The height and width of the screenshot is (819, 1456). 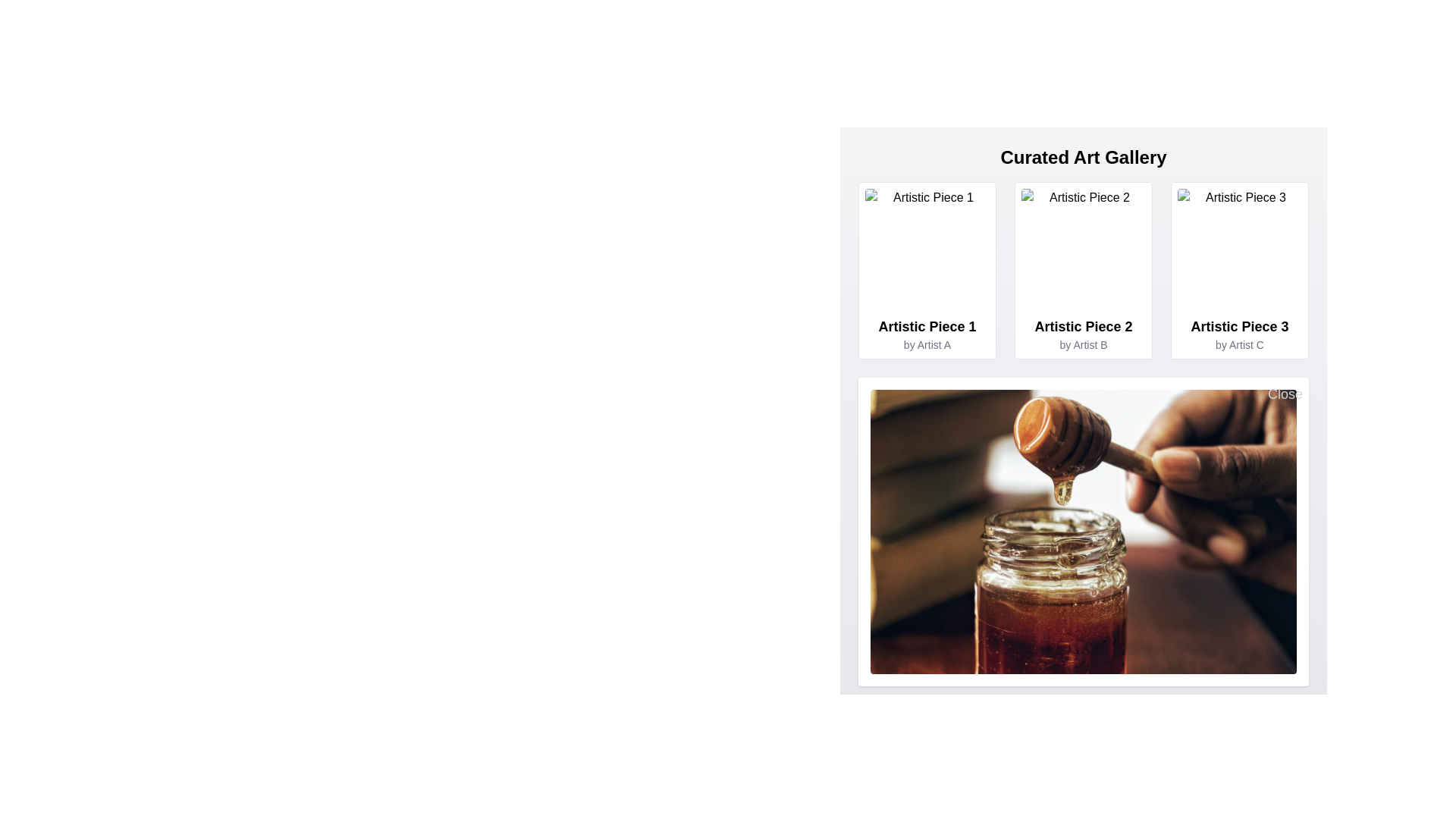 I want to click on the text display element that shows the title 'Artistic Piece 2' and subtitle 'by Artist B', located under the image in the second card of the grid layout in the 'Curated Art Gallery' section, so click(x=1083, y=333).